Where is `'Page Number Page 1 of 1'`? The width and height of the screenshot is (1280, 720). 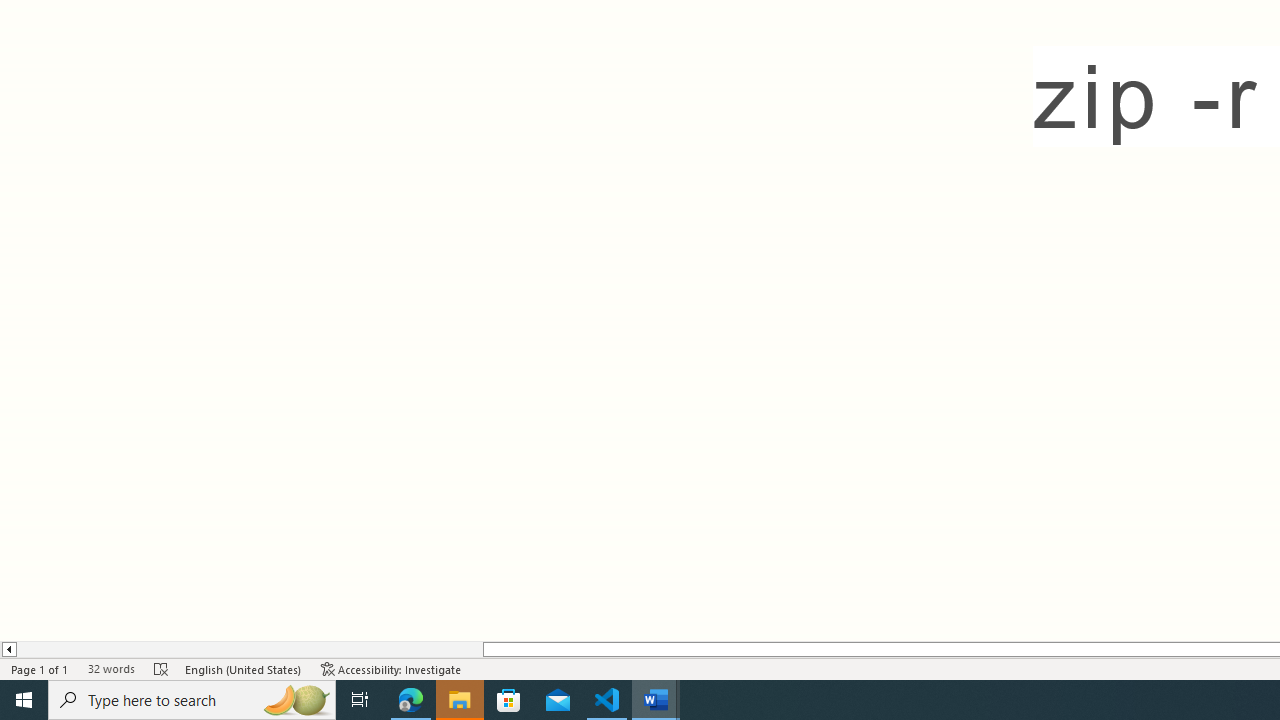
'Page Number Page 1 of 1' is located at coordinates (40, 669).